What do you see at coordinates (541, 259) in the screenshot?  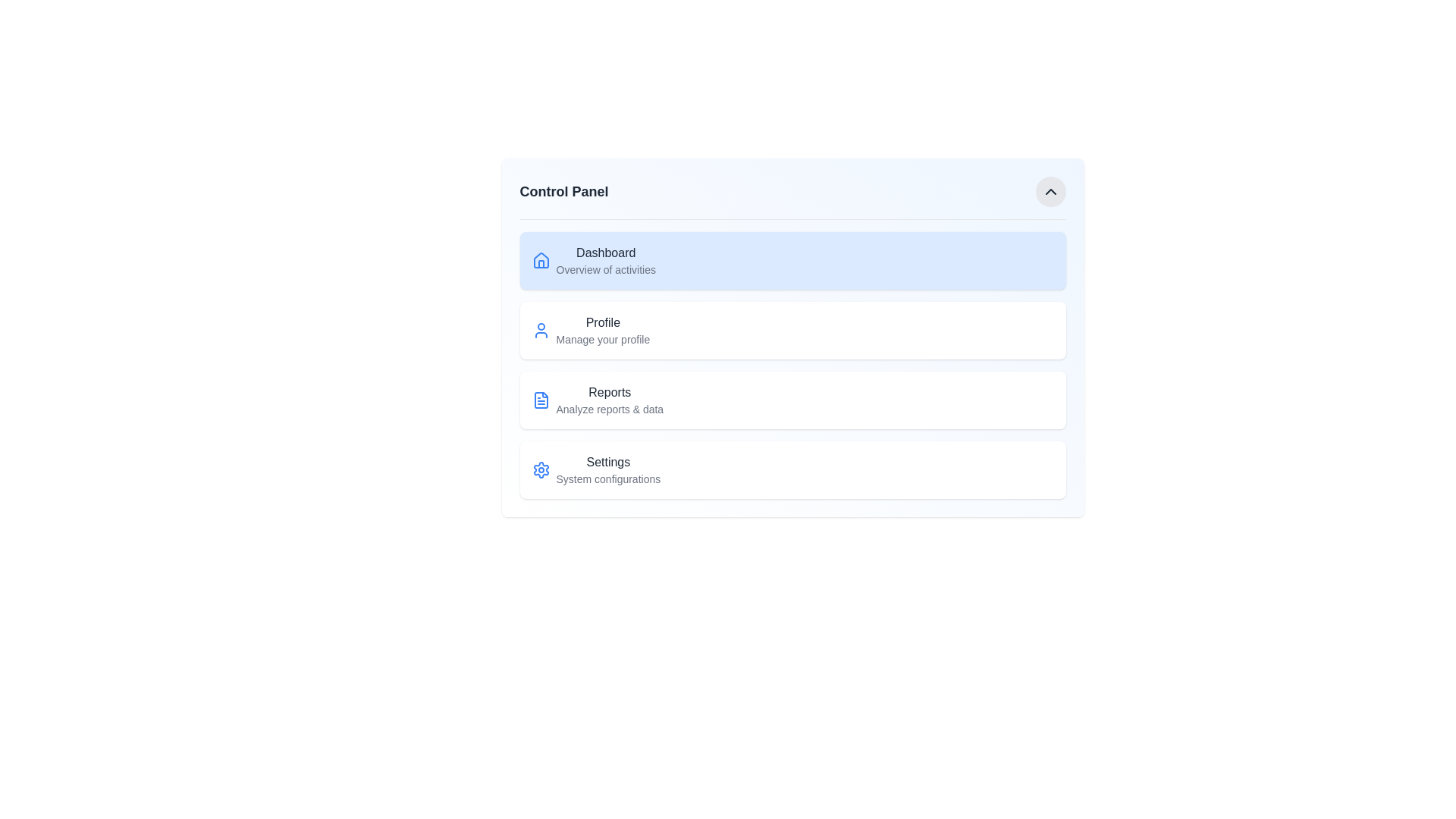 I see `the Dashboard icon located to the left of the 'Dashboard' label` at bounding box center [541, 259].